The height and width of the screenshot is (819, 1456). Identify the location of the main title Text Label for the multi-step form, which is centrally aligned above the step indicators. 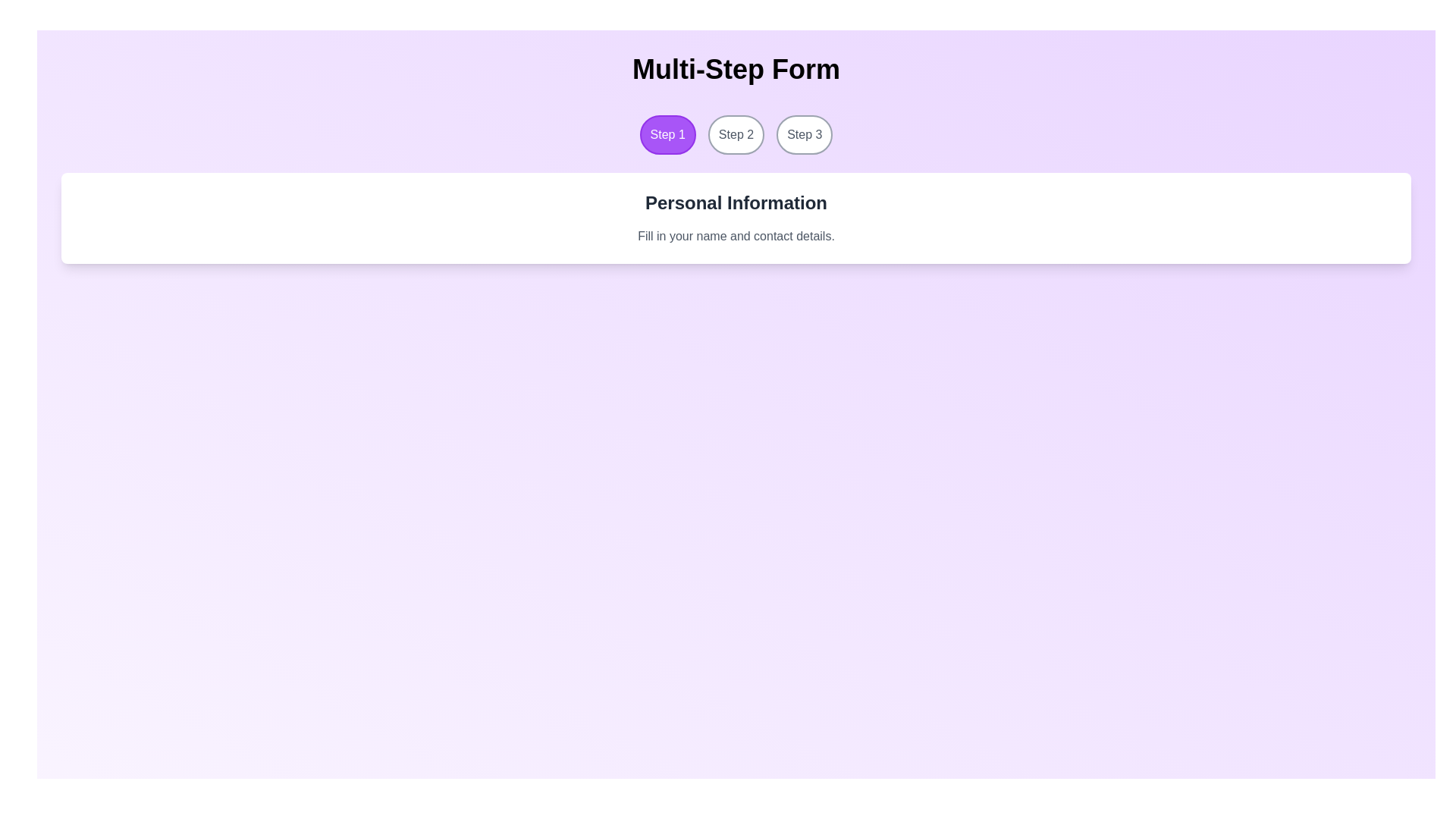
(736, 70).